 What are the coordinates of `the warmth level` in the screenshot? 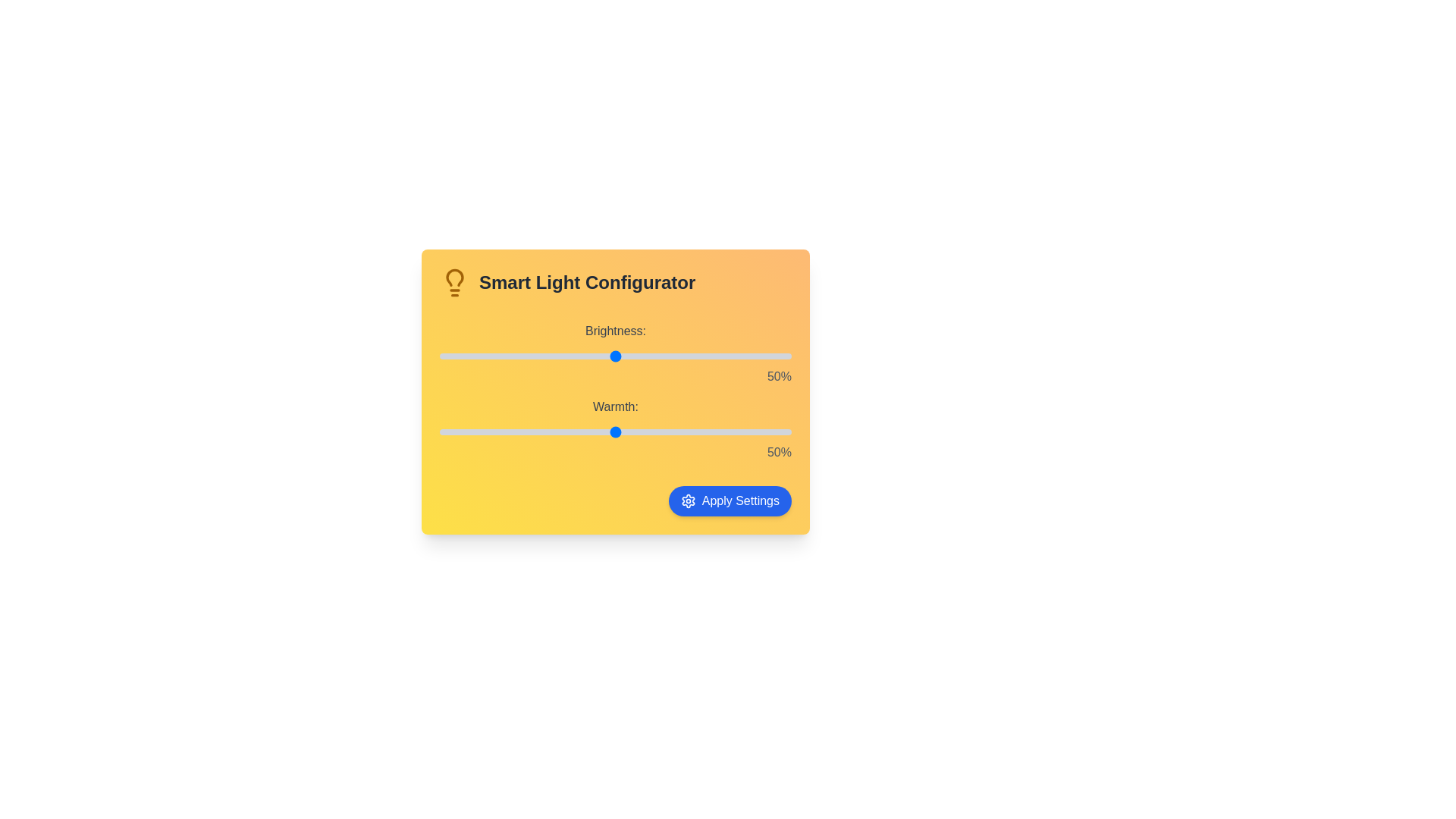 It's located at (457, 432).